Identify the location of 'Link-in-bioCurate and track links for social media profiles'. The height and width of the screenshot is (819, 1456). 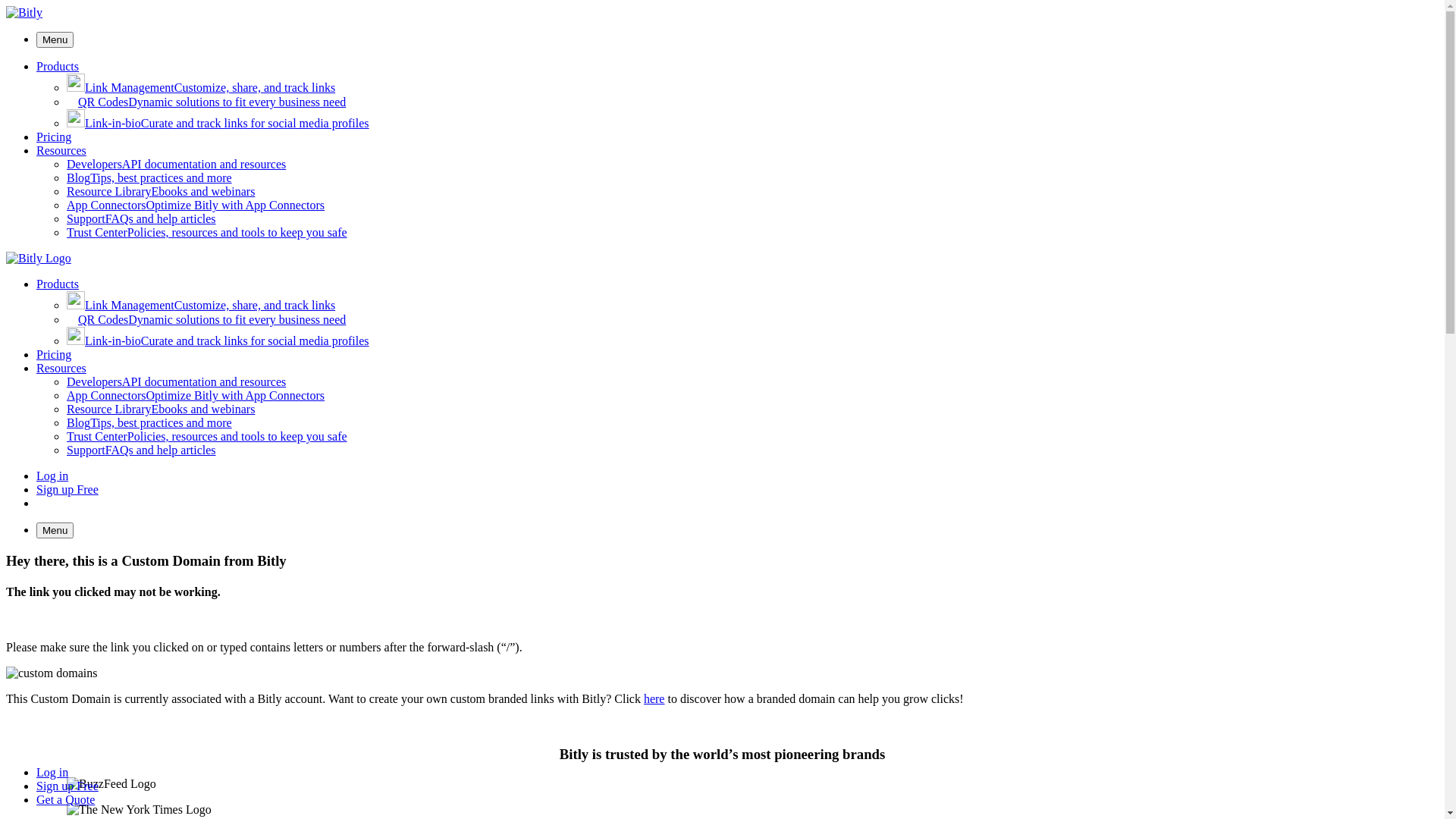
(217, 122).